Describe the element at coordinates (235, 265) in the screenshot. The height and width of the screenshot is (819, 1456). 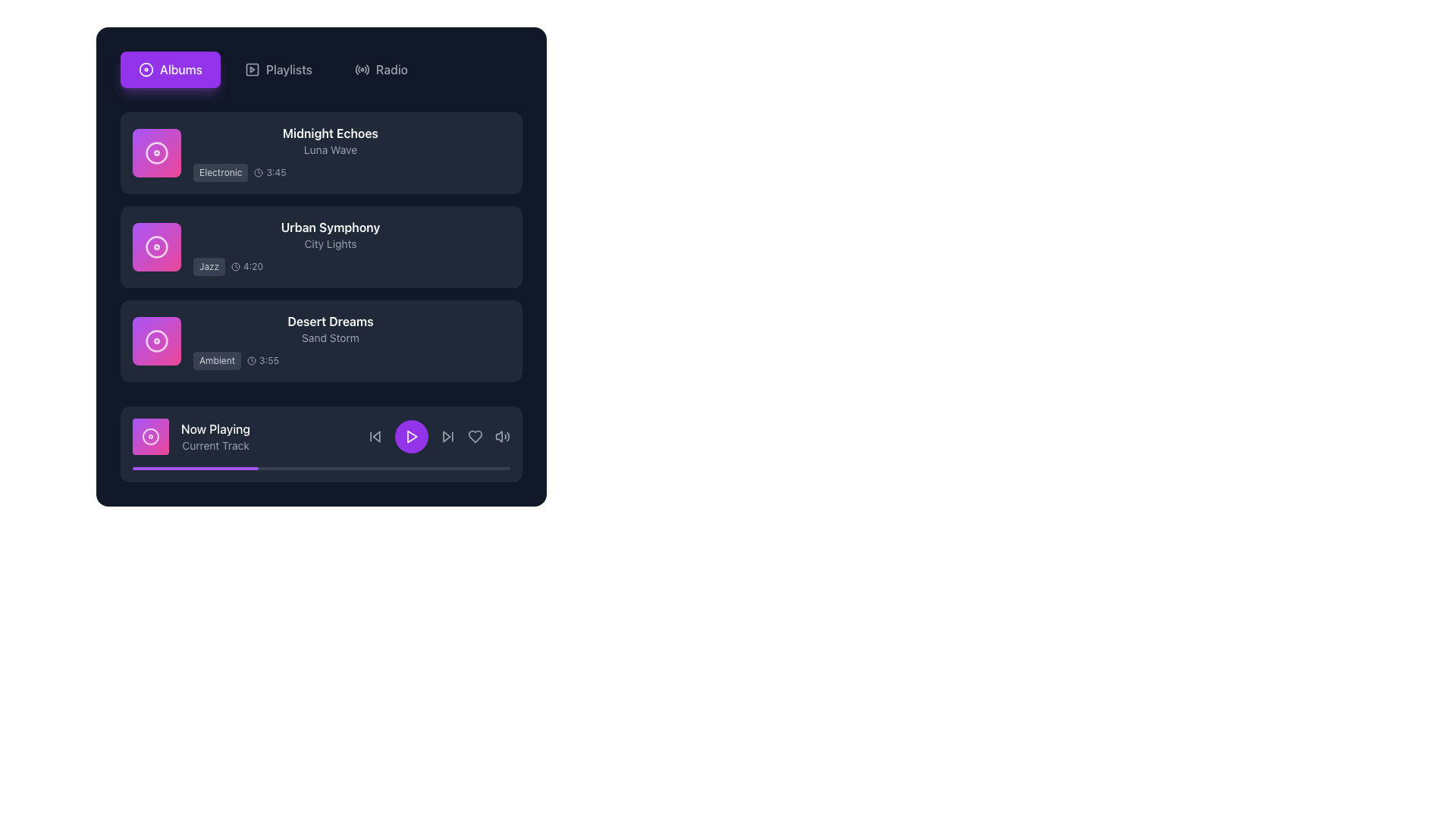
I see `the circle element within the SVG graphic of the clock icon, positioned to the left of the duration text '4:20' for the track titled 'Urban Symphony'` at that location.